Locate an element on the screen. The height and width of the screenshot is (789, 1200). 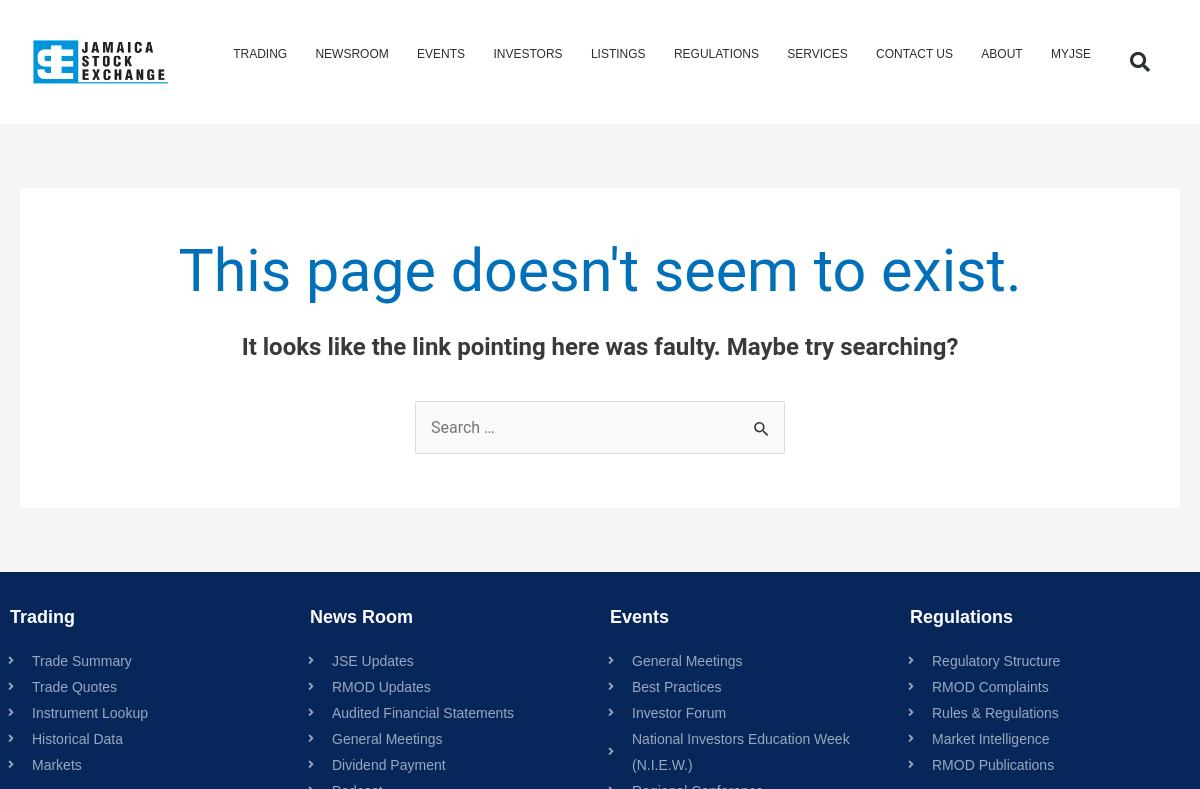
'Market Intelligence' is located at coordinates (990, 738).